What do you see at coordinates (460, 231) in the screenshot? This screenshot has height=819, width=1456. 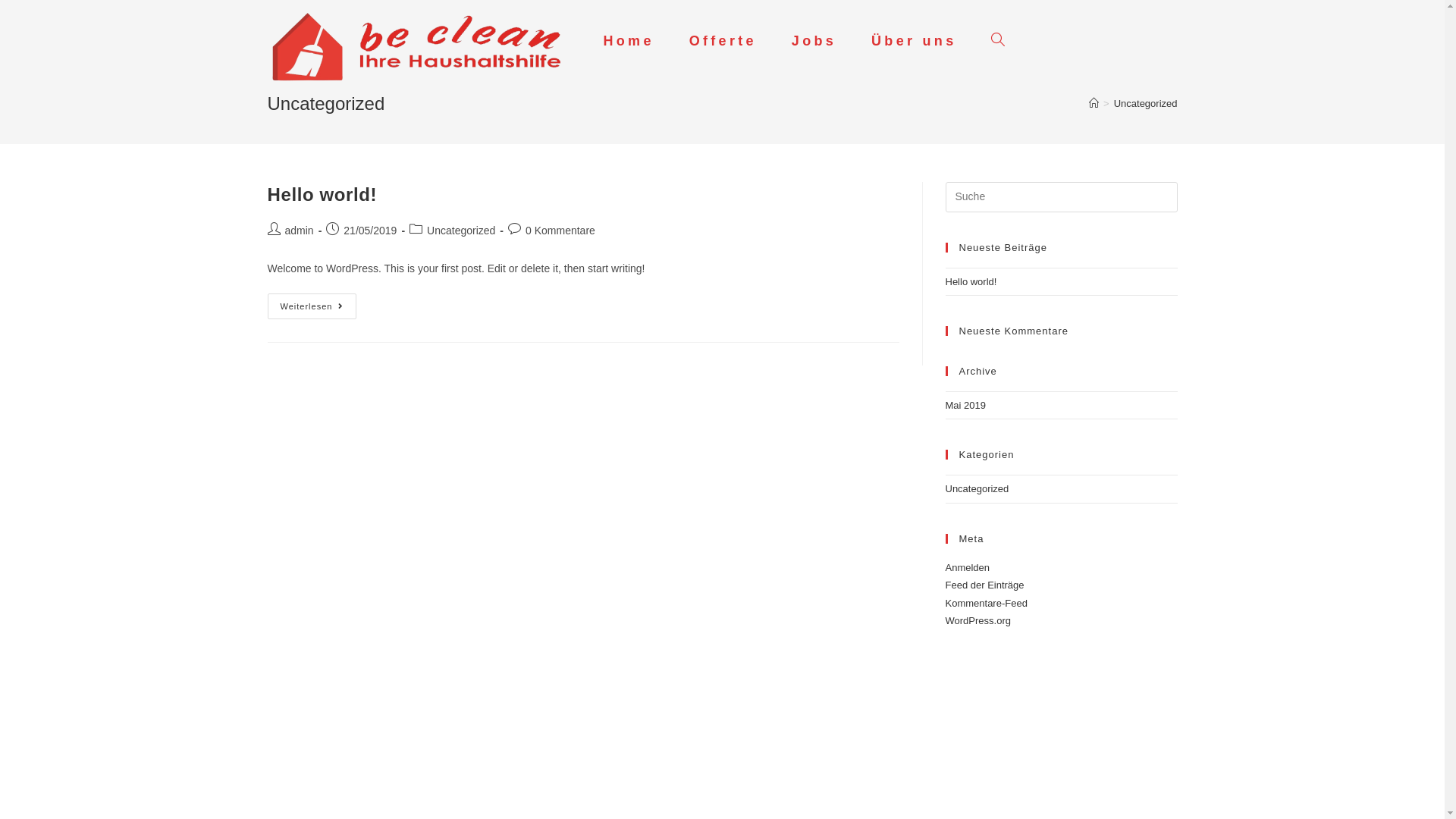 I see `'Uncategorized'` at bounding box center [460, 231].